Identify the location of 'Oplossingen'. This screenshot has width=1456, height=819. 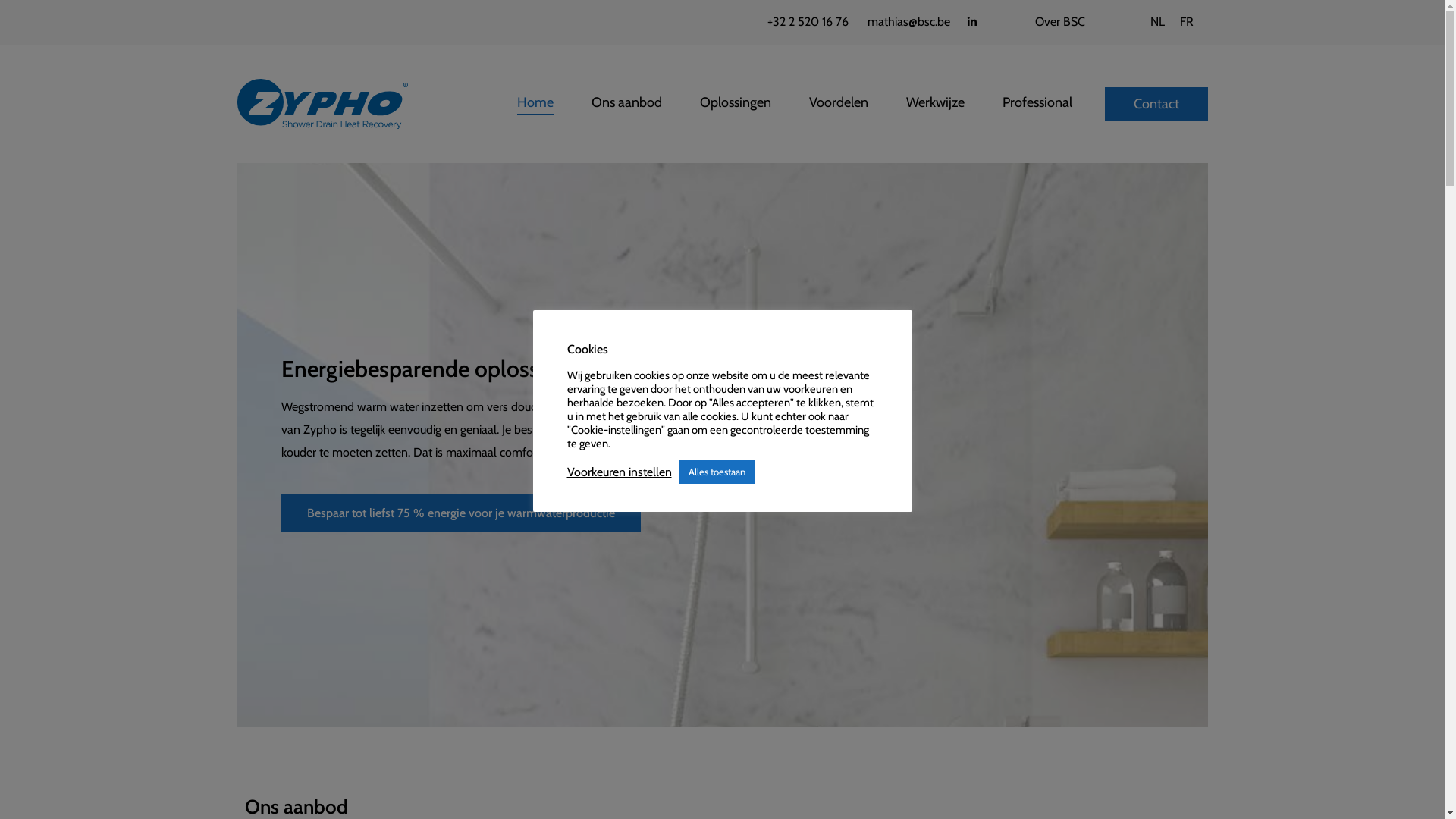
(735, 102).